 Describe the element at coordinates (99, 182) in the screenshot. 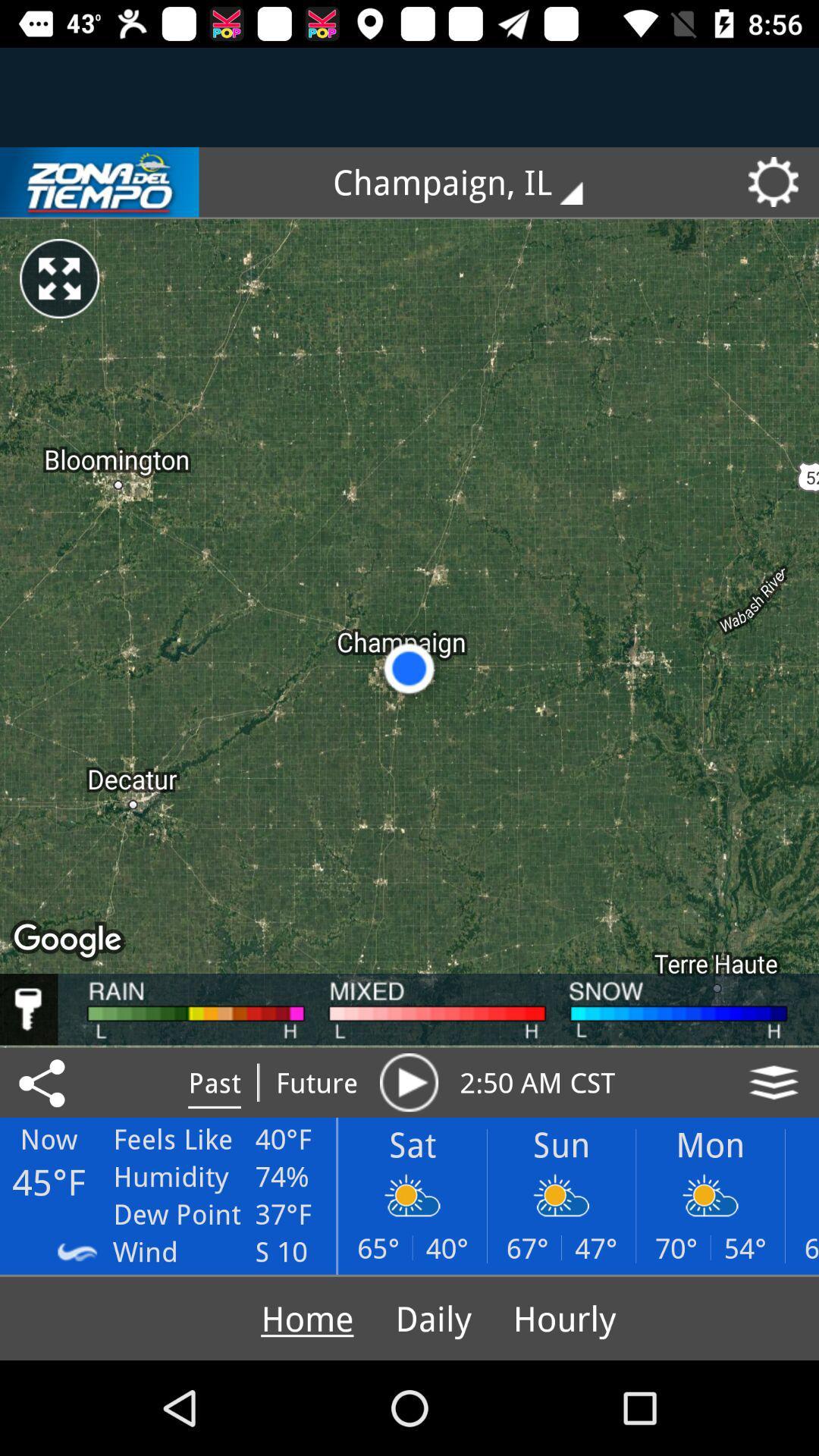

I see `the date_range icon` at that location.